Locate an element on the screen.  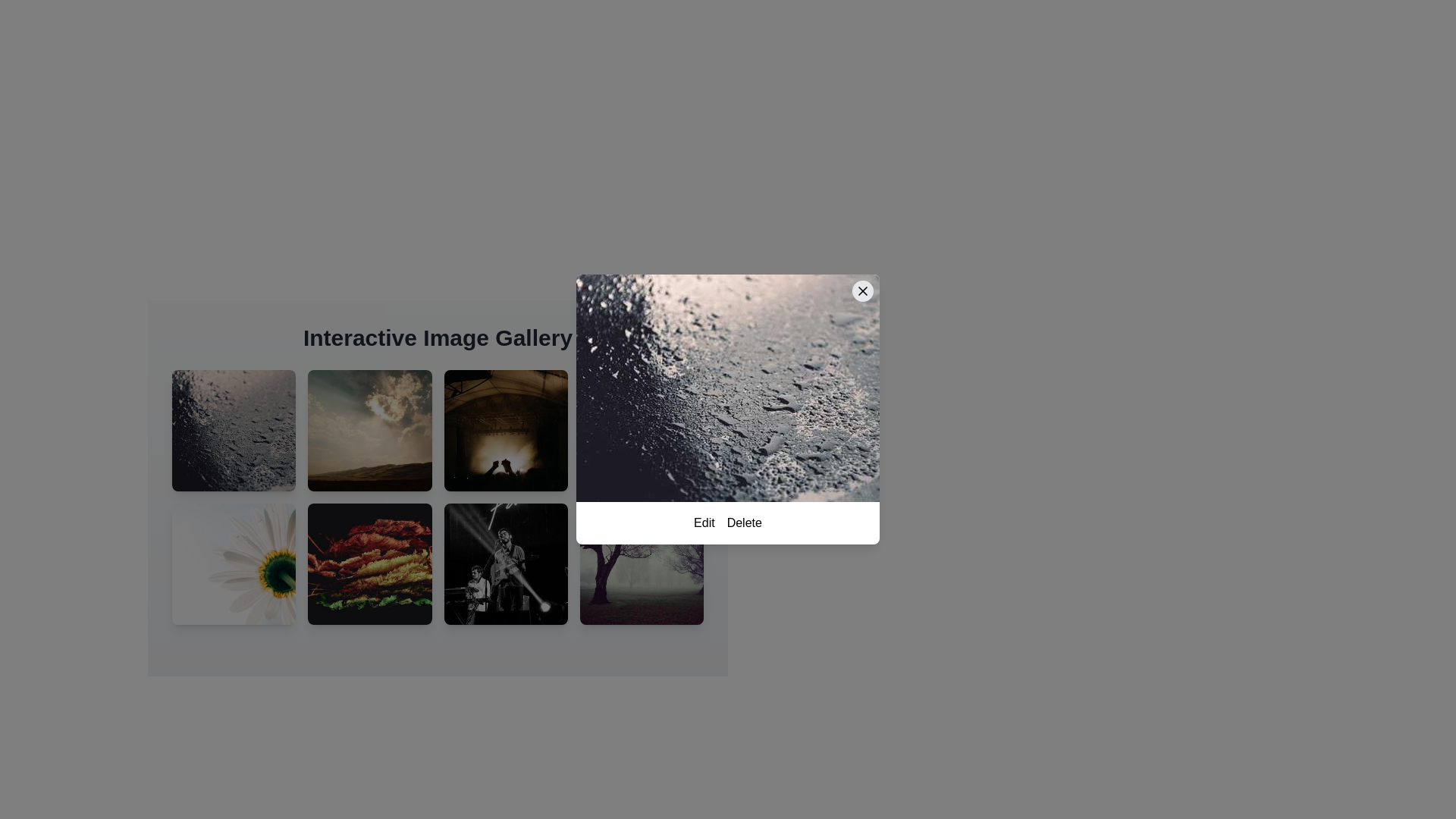
the close button with 'X' icon located at the top-right corner of the floating image modal is located at coordinates (862, 291).